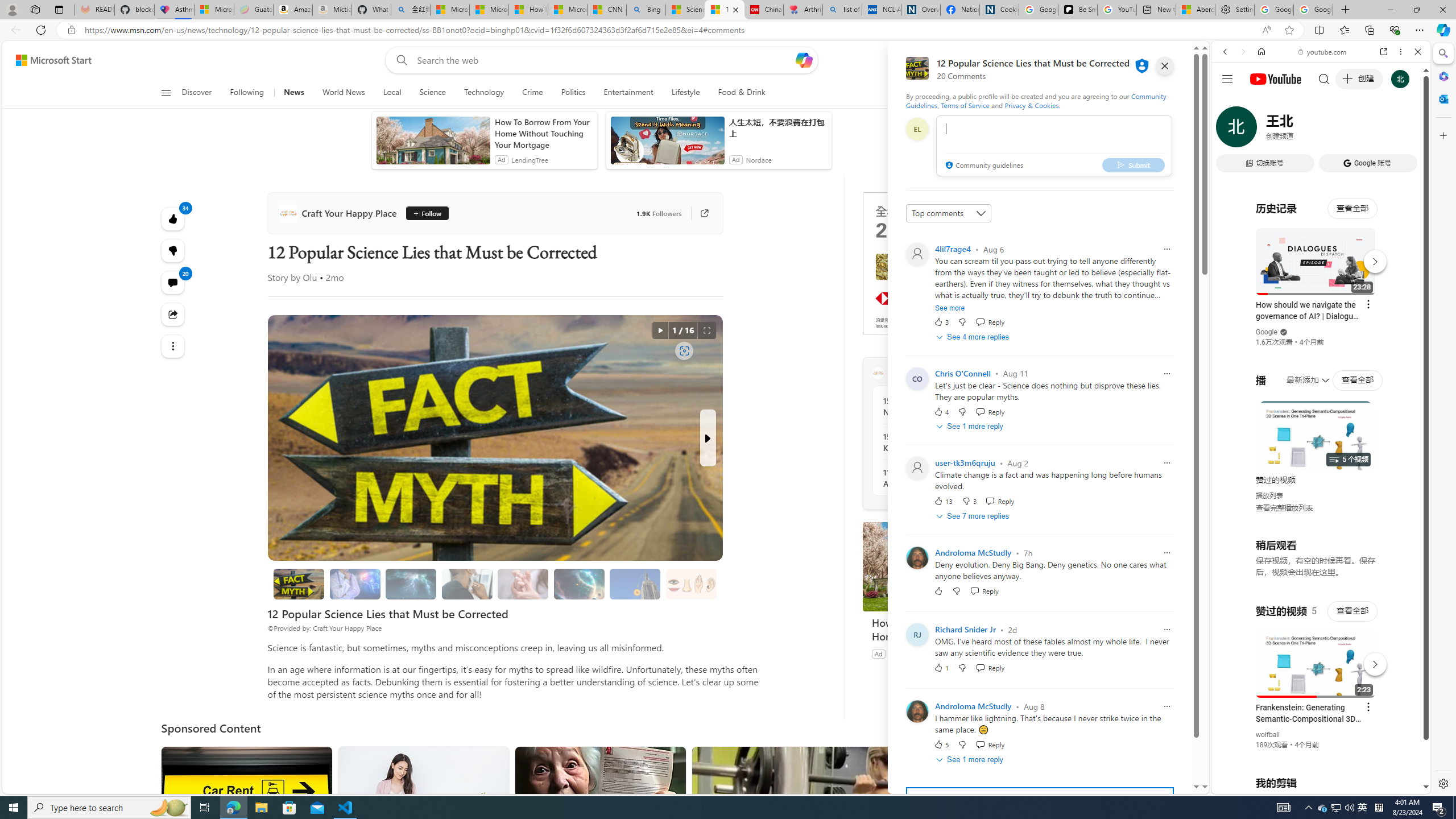 This screenshot has height=819, width=1456. Describe the element at coordinates (1230, 129) in the screenshot. I see `'Search Filter, WEB'` at that location.